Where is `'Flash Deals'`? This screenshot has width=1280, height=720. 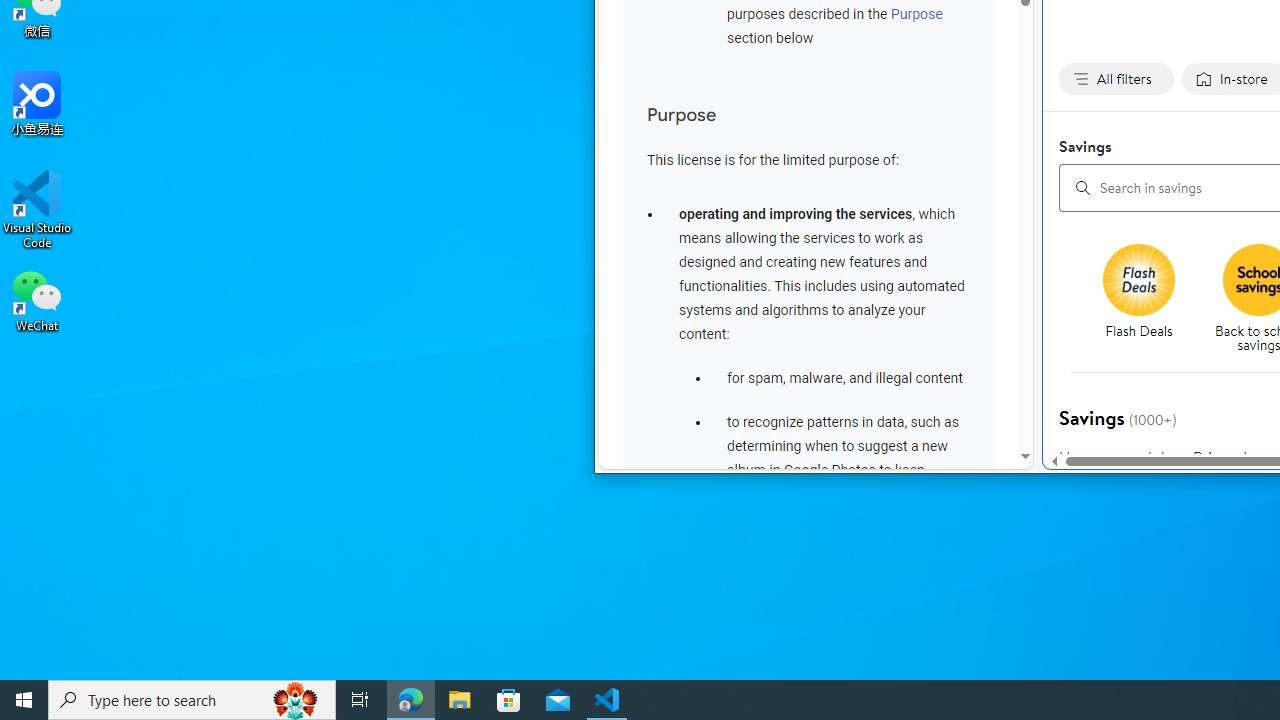
'Flash Deals' is located at coordinates (1146, 300).